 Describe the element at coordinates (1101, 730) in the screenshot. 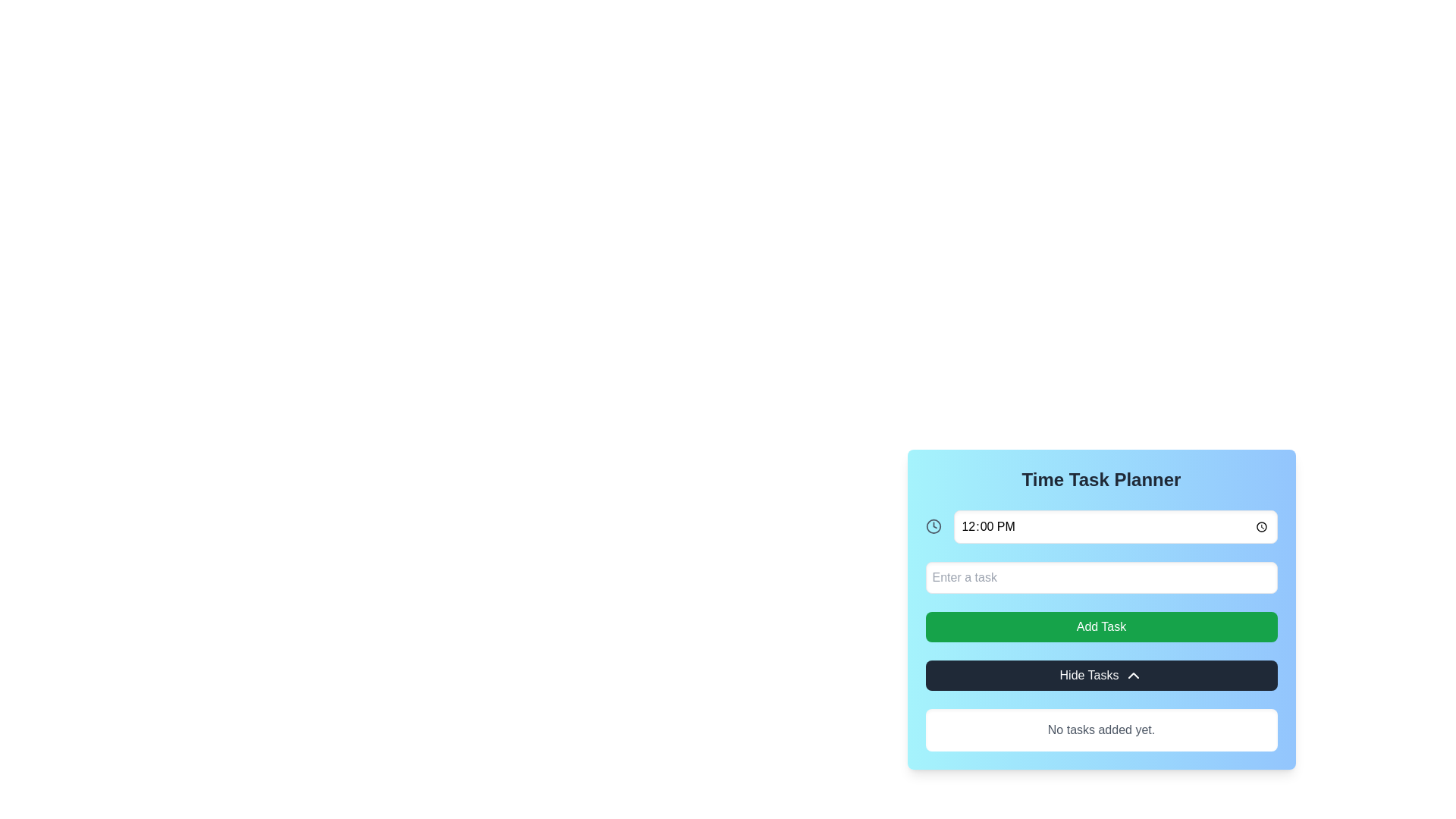

I see `the informational label indicating that there are currently no tasks in the list, located at the bottom of the vertical stack in the main content area, below the 'Hide Tasks' button` at that location.